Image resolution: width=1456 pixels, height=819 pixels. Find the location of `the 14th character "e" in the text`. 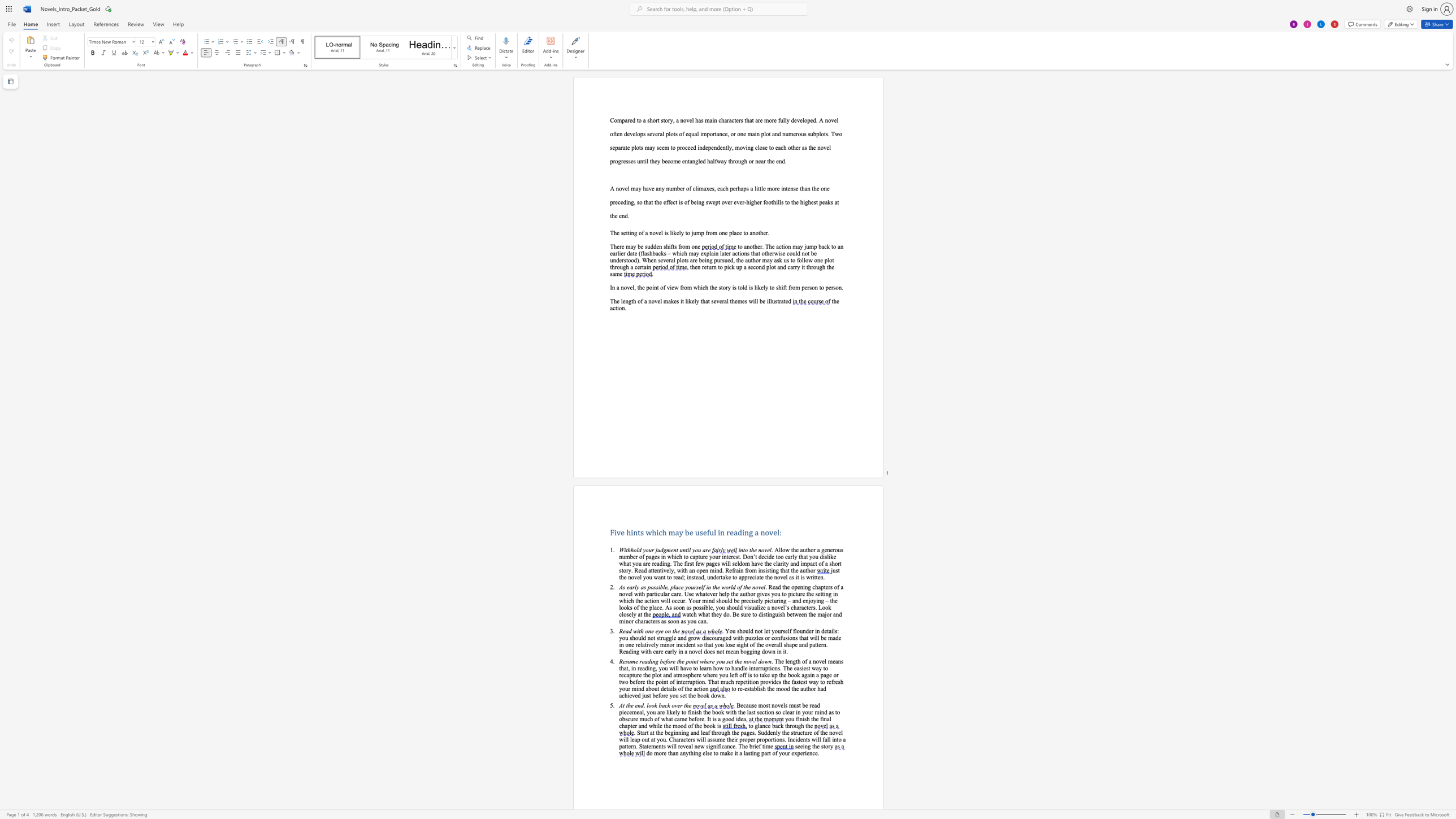

the 14th character "e" in the text is located at coordinates (655, 570).